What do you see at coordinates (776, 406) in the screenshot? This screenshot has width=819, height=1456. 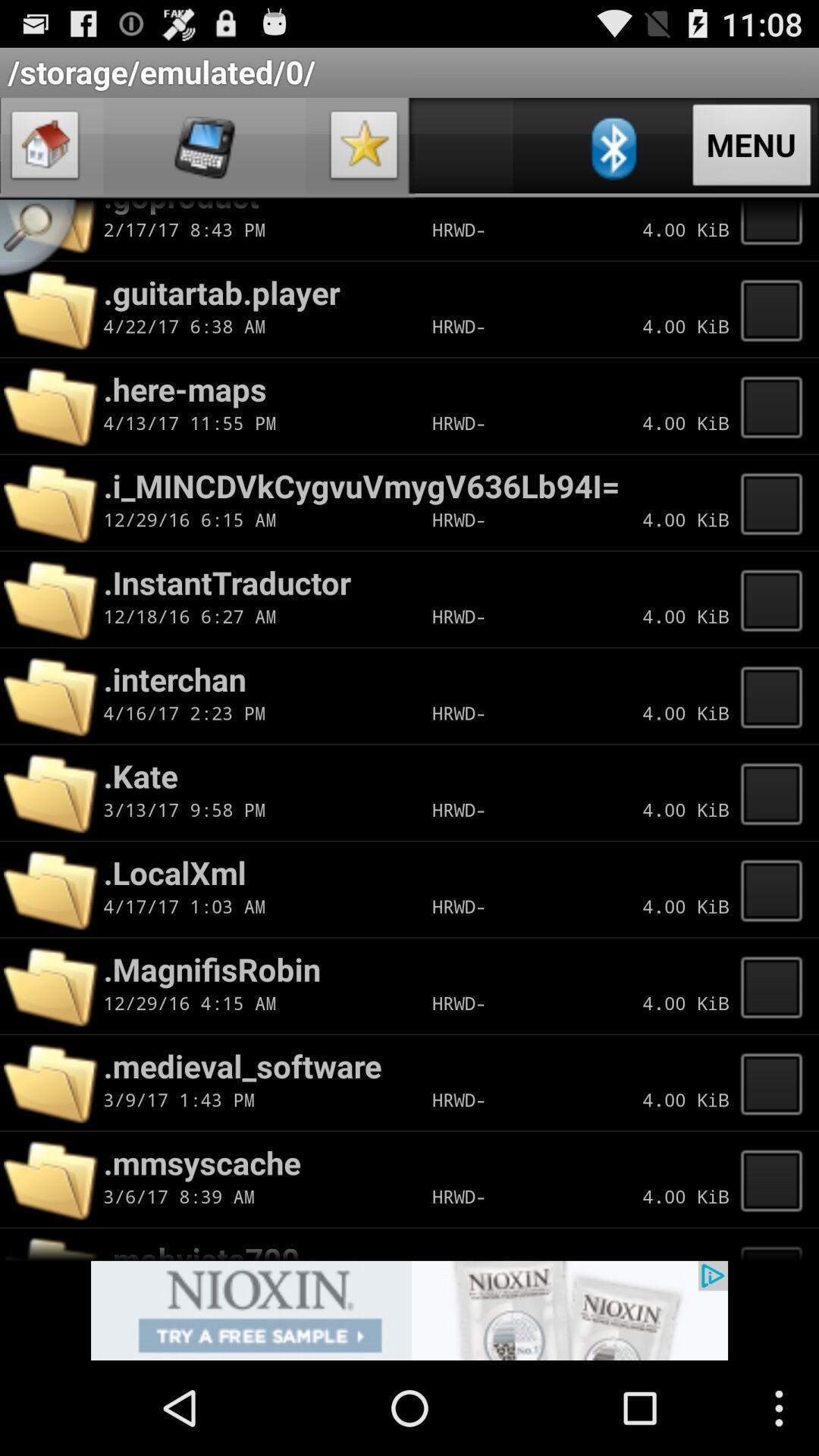 I see `file option` at bounding box center [776, 406].